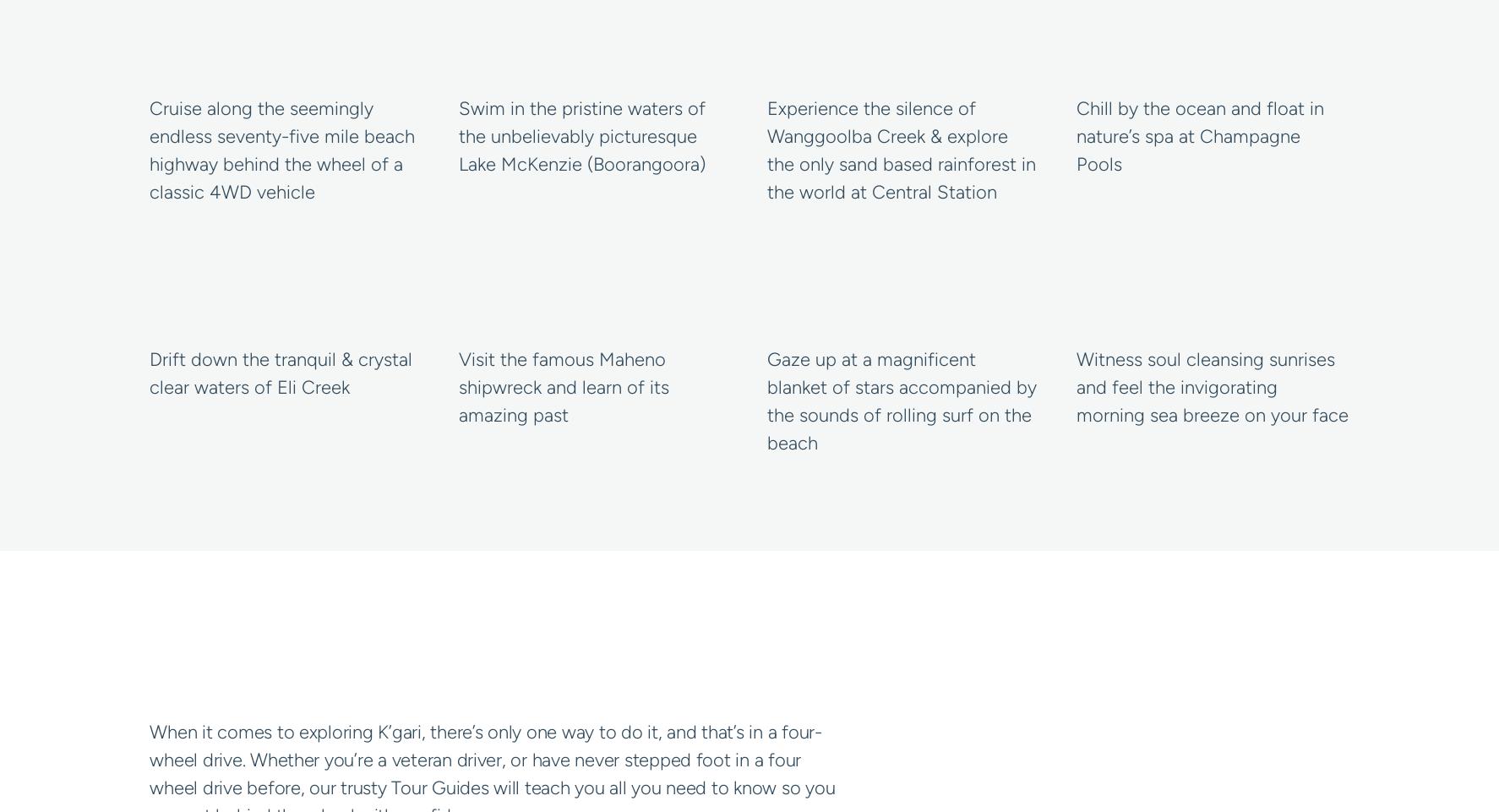 The height and width of the screenshot is (812, 1499). Describe the element at coordinates (901, 401) in the screenshot. I see `'Gaze up at a magnificent blanket of stars accompanied by the sounds of rolling surf on the beach'` at that location.